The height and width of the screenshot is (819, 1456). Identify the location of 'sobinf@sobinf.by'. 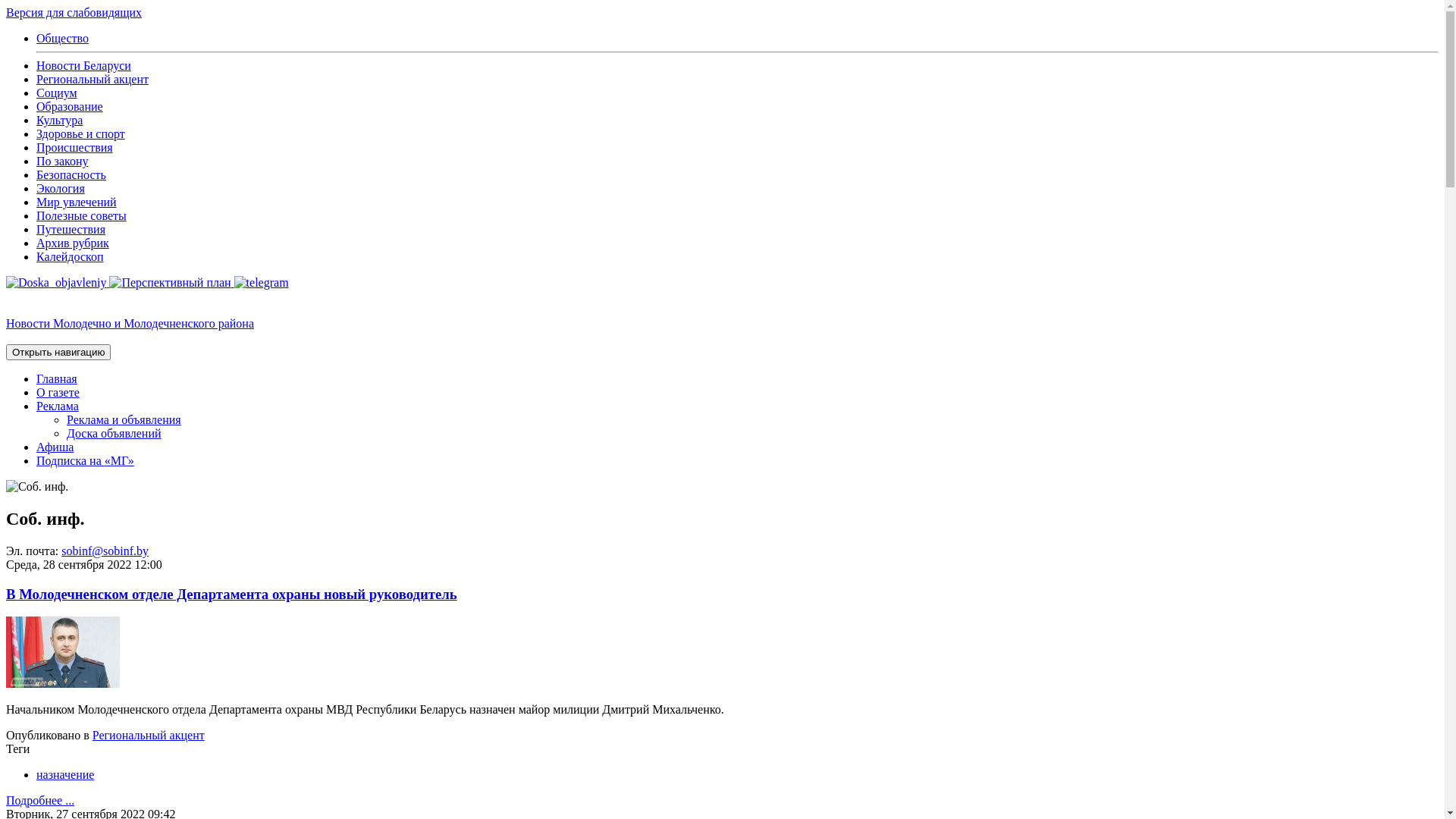
(104, 551).